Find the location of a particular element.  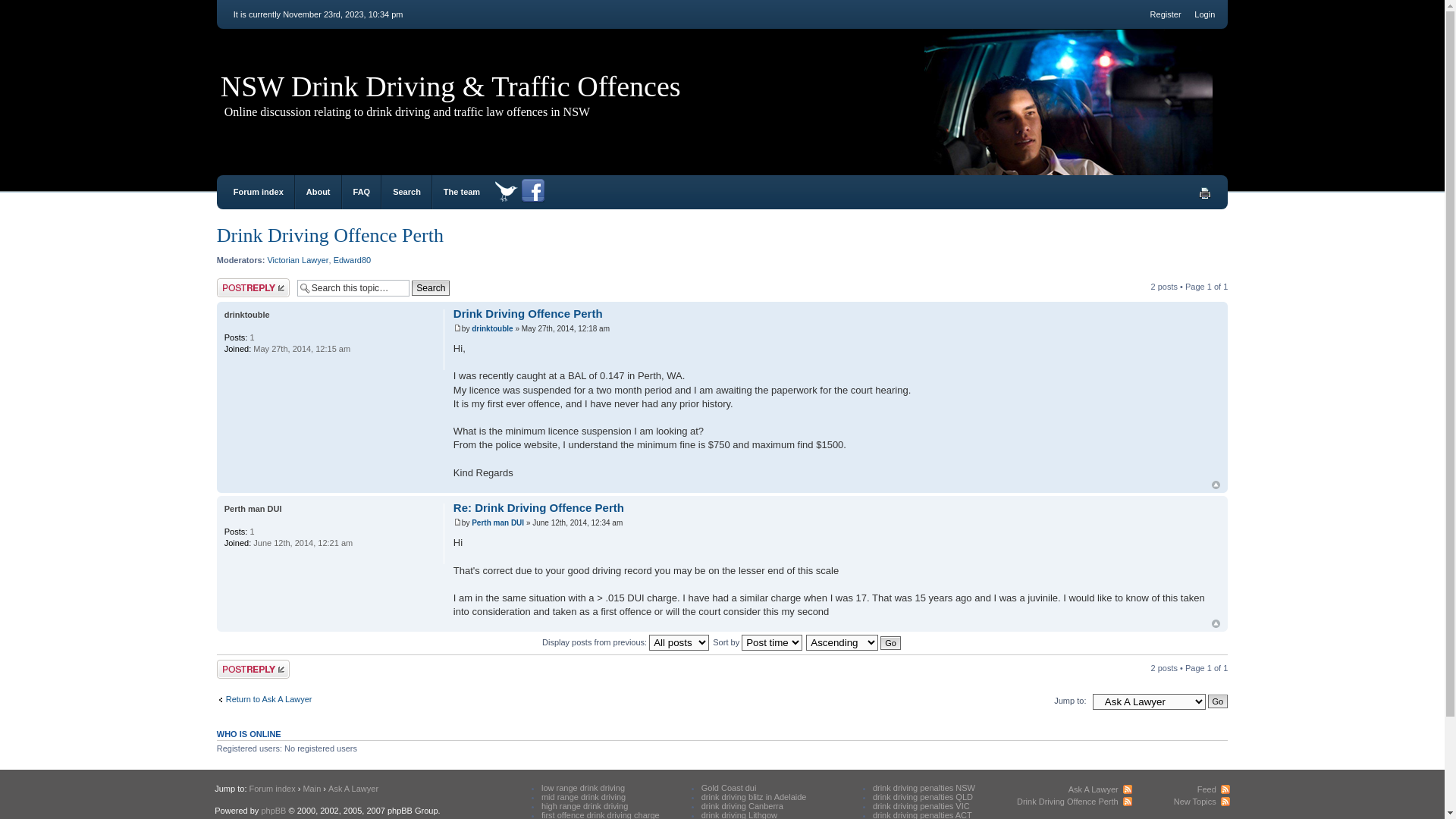

'Login' is located at coordinates (1193, 14).